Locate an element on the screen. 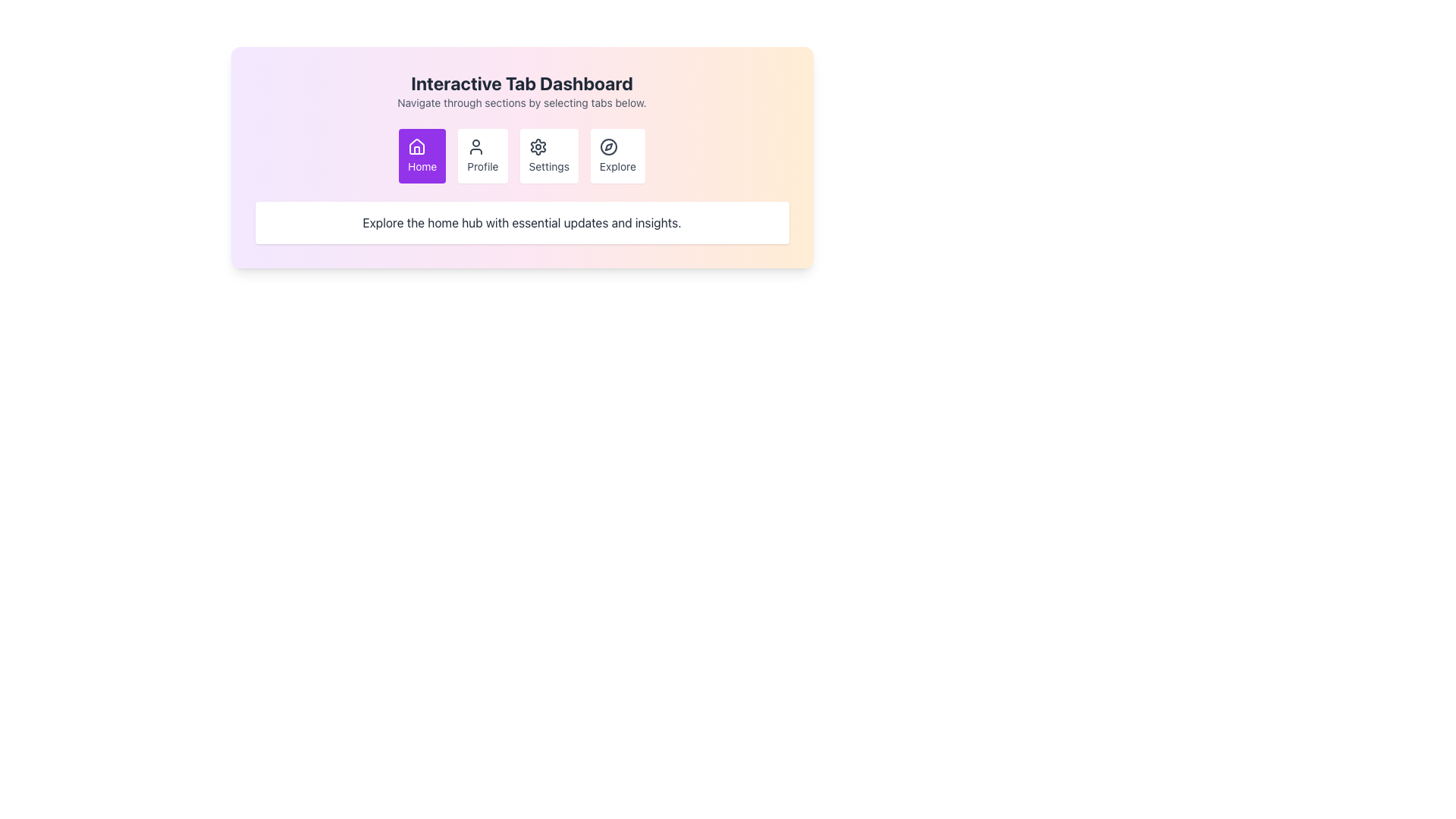  the text label containing the description 'Navigate through sections by selecting tabs below.' which is located directly under the title 'Interactive Tab Dashboard' is located at coordinates (522, 102).